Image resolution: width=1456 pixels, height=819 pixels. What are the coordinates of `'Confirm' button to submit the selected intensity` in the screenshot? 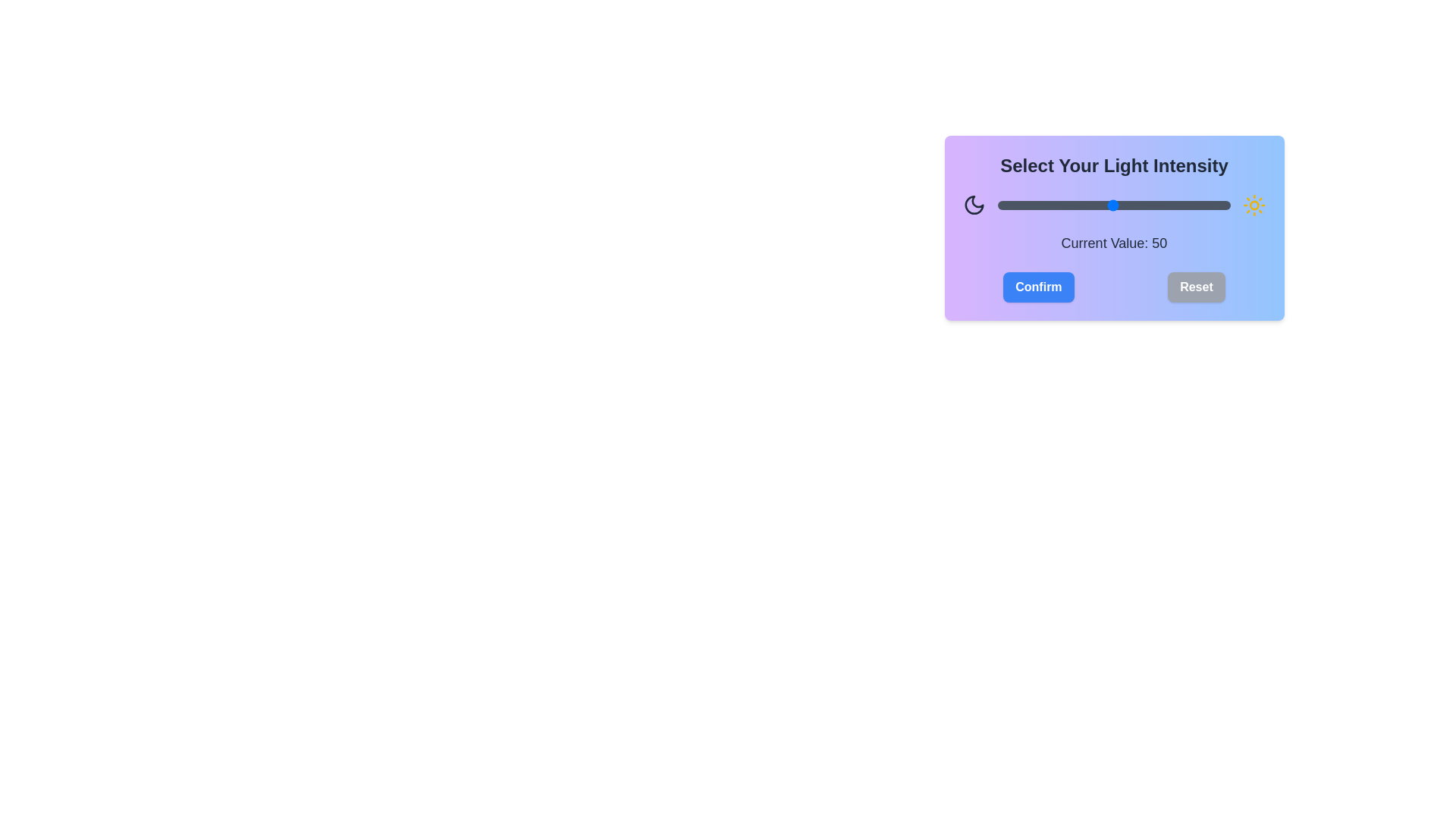 It's located at (1037, 287).